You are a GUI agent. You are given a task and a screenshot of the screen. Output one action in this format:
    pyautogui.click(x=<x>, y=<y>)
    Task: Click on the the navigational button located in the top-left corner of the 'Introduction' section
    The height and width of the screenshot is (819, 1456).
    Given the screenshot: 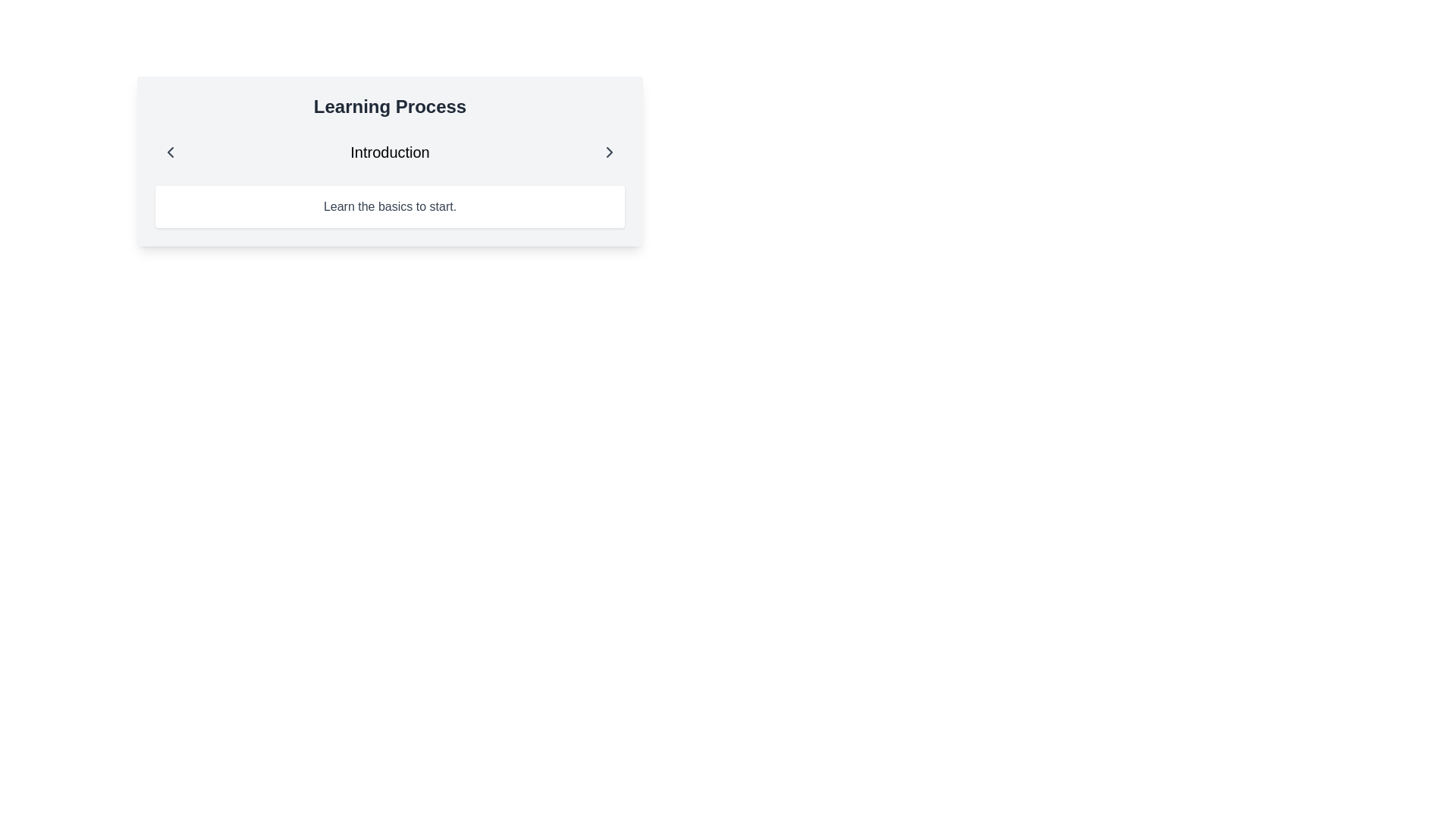 What is the action you would take?
    pyautogui.click(x=171, y=152)
    